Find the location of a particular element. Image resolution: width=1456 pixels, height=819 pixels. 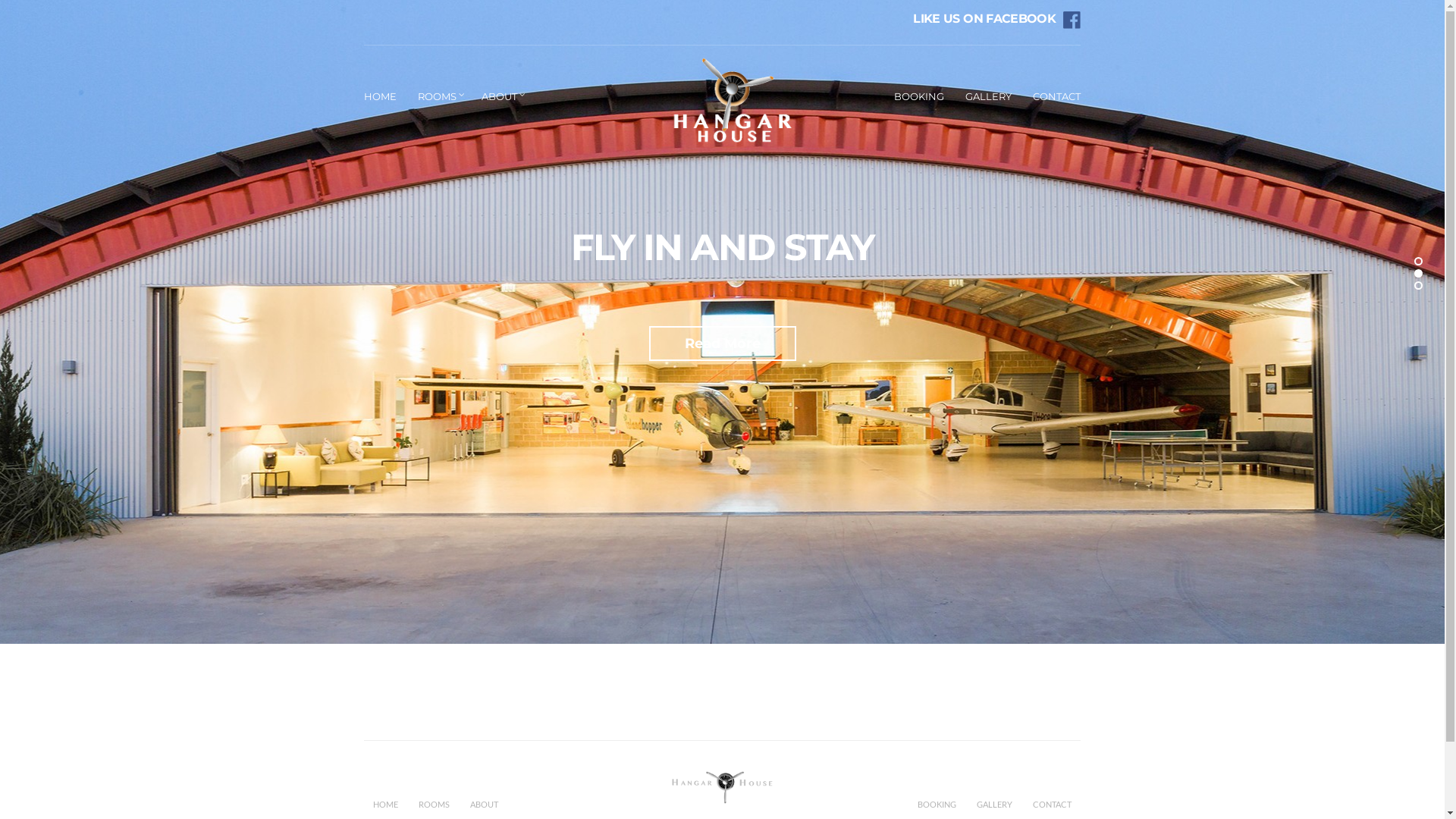

'2' is located at coordinates (1417, 273).